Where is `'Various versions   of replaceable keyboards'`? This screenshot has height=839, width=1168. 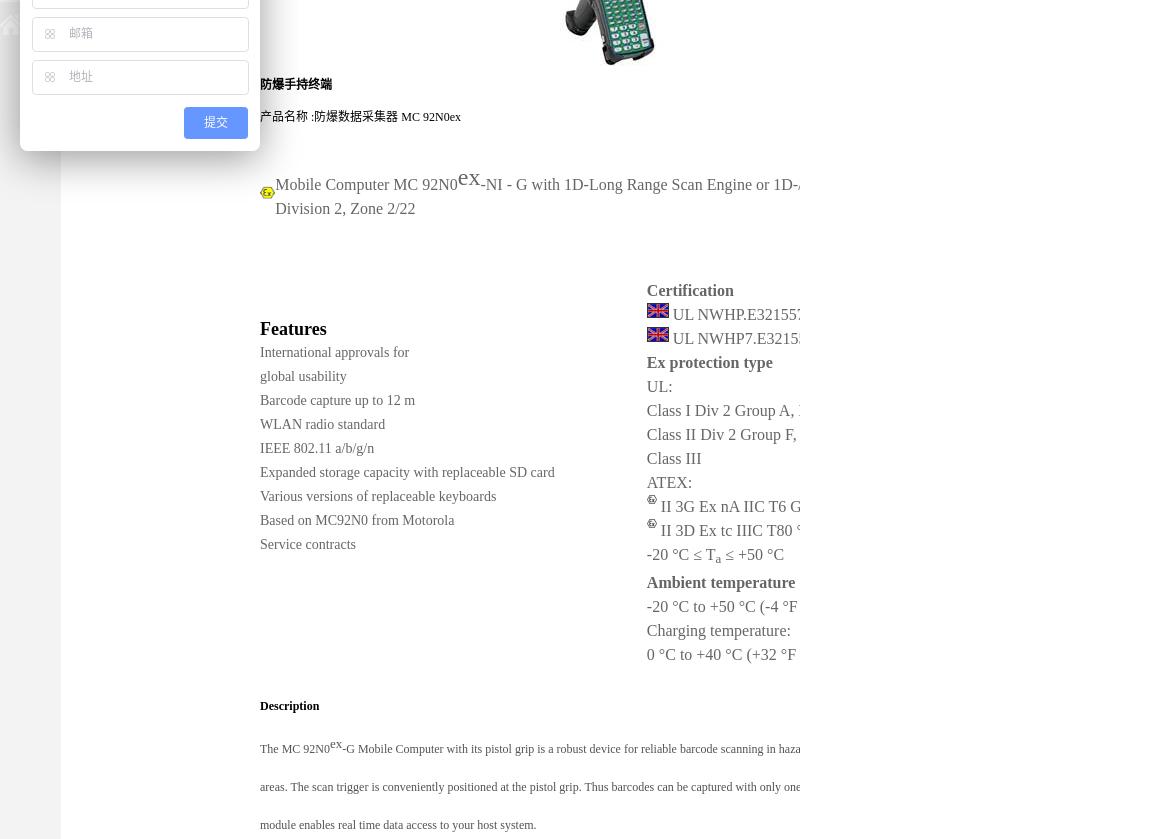 'Various versions   of replaceable keyboards' is located at coordinates (376, 494).